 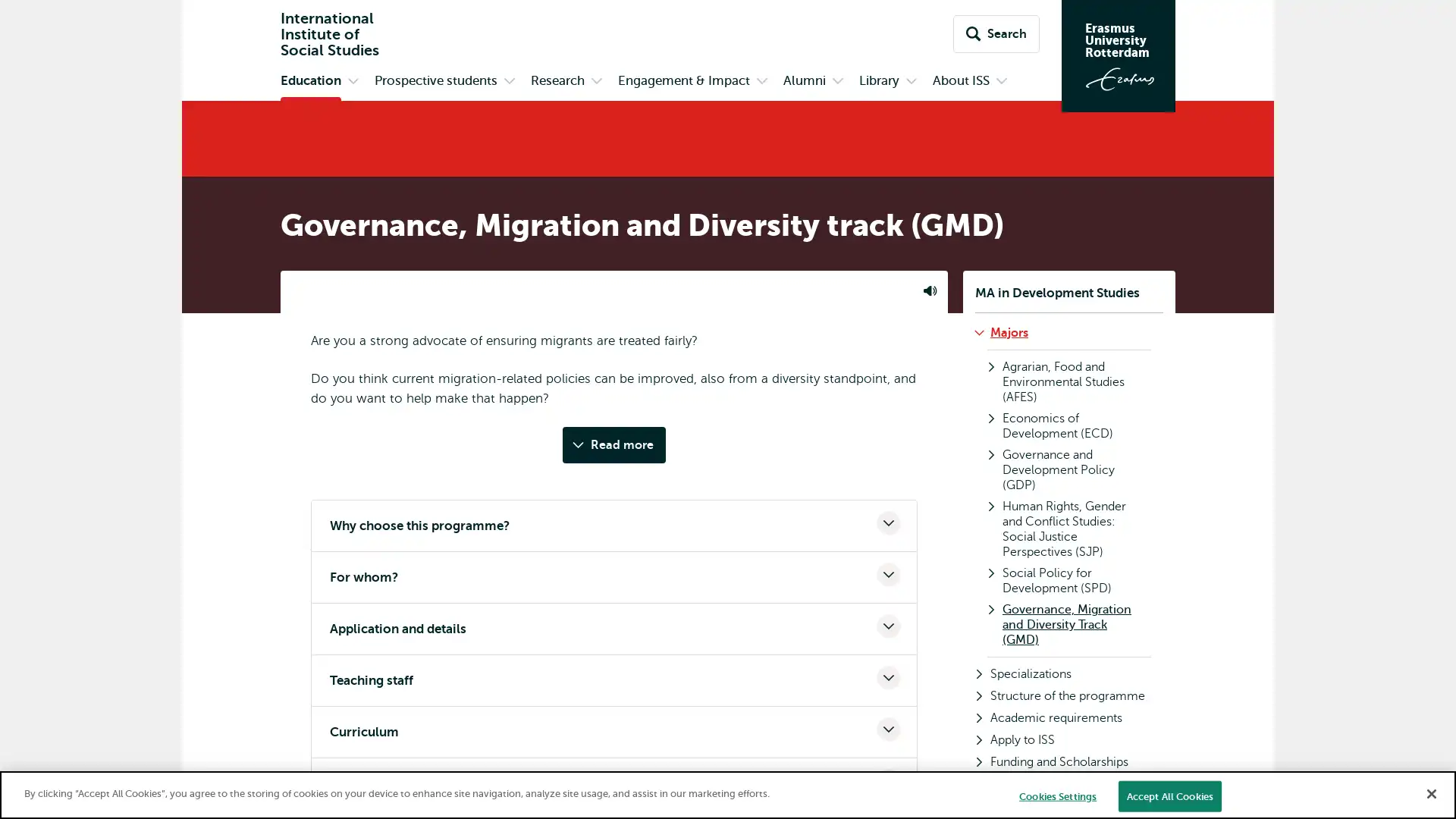 I want to click on Application and details, so click(x=614, y=629).